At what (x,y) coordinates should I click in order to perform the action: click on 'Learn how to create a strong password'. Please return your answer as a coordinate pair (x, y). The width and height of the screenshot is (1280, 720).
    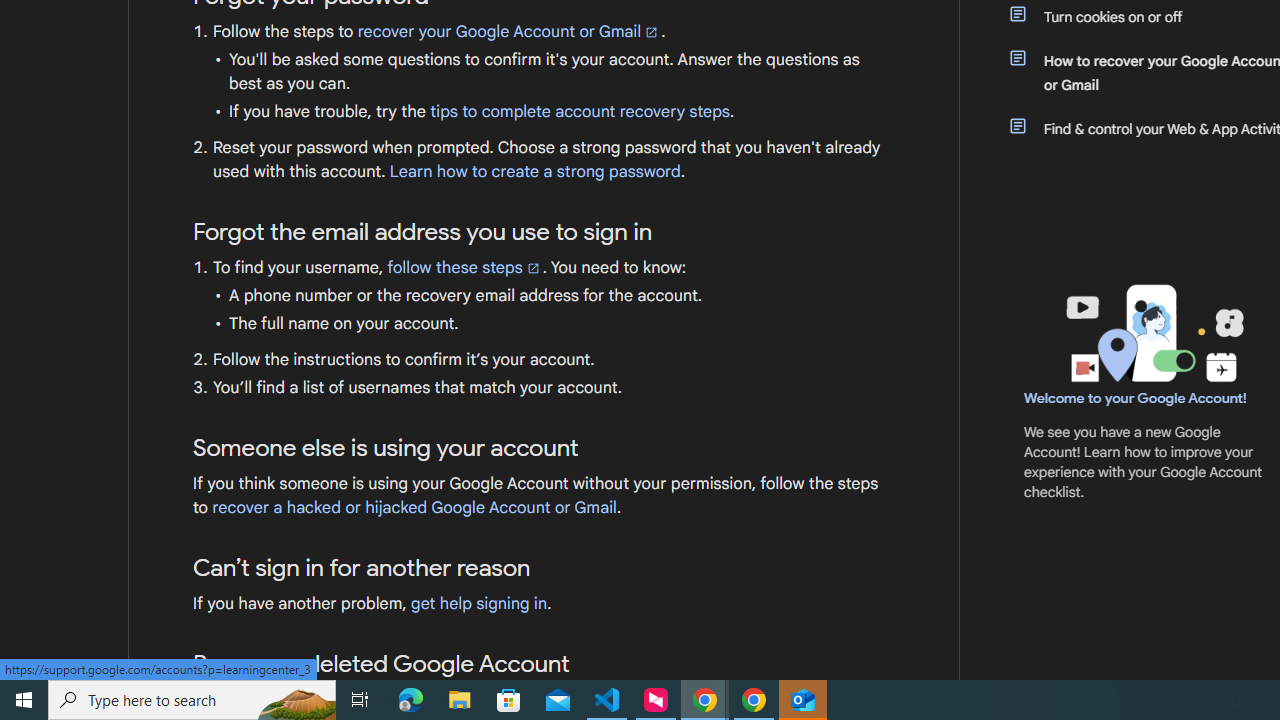
    Looking at the image, I should click on (535, 171).